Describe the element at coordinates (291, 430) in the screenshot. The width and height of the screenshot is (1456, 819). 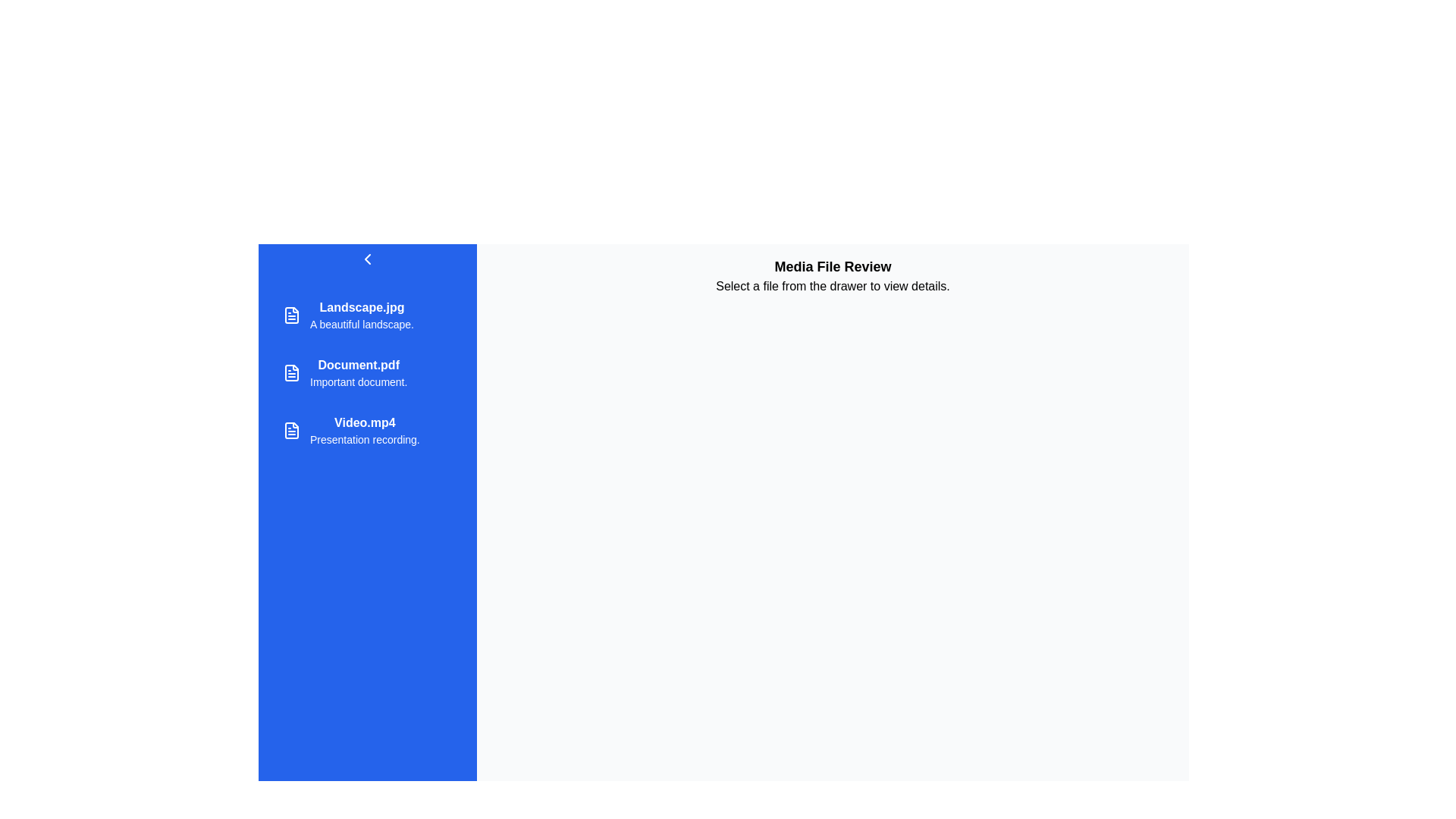
I see `the document icon representing the 'Video.mp4' file located in the left blue column` at that location.